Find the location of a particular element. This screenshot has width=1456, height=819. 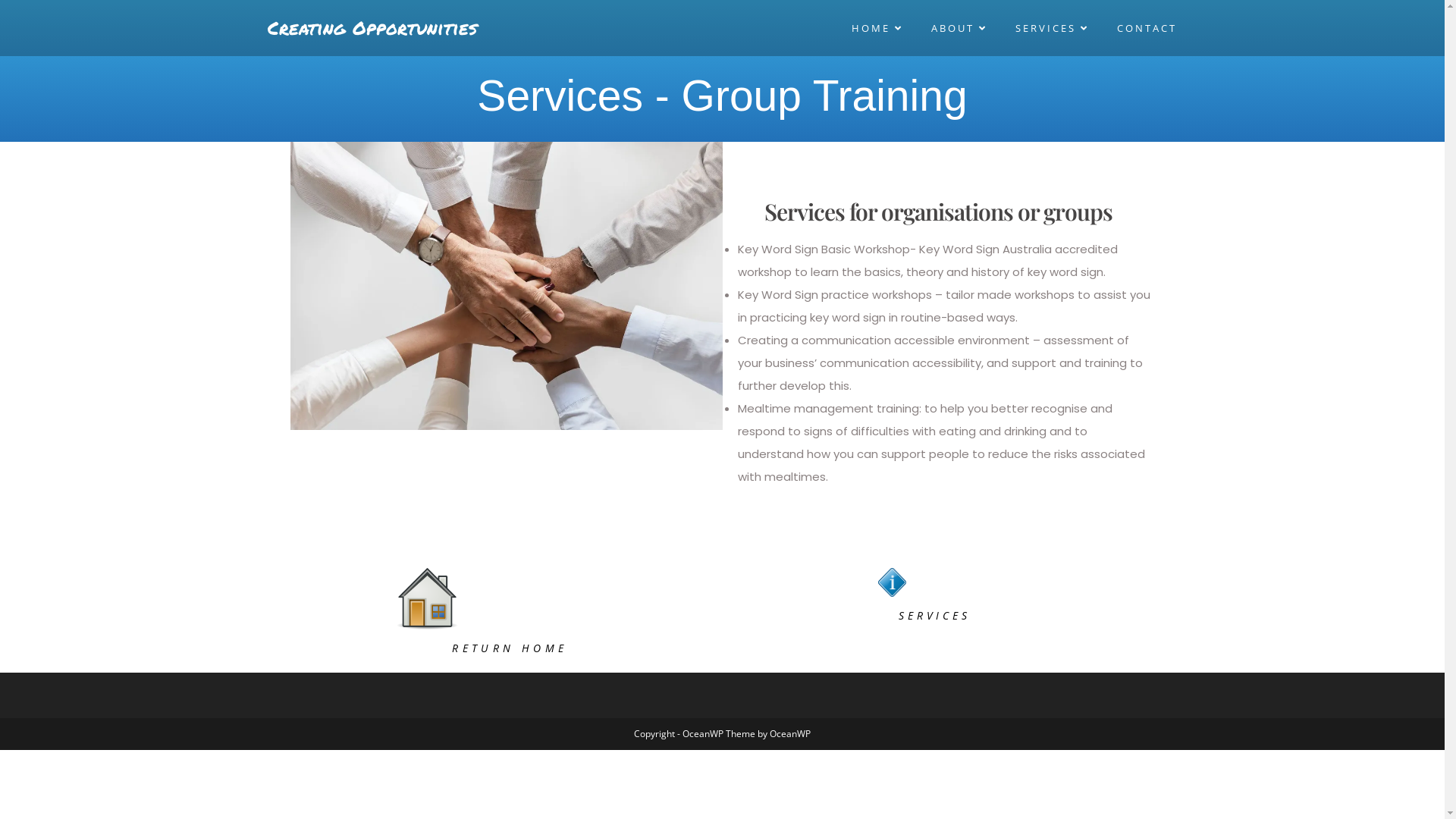

'ABOUT' is located at coordinates (960, 28).